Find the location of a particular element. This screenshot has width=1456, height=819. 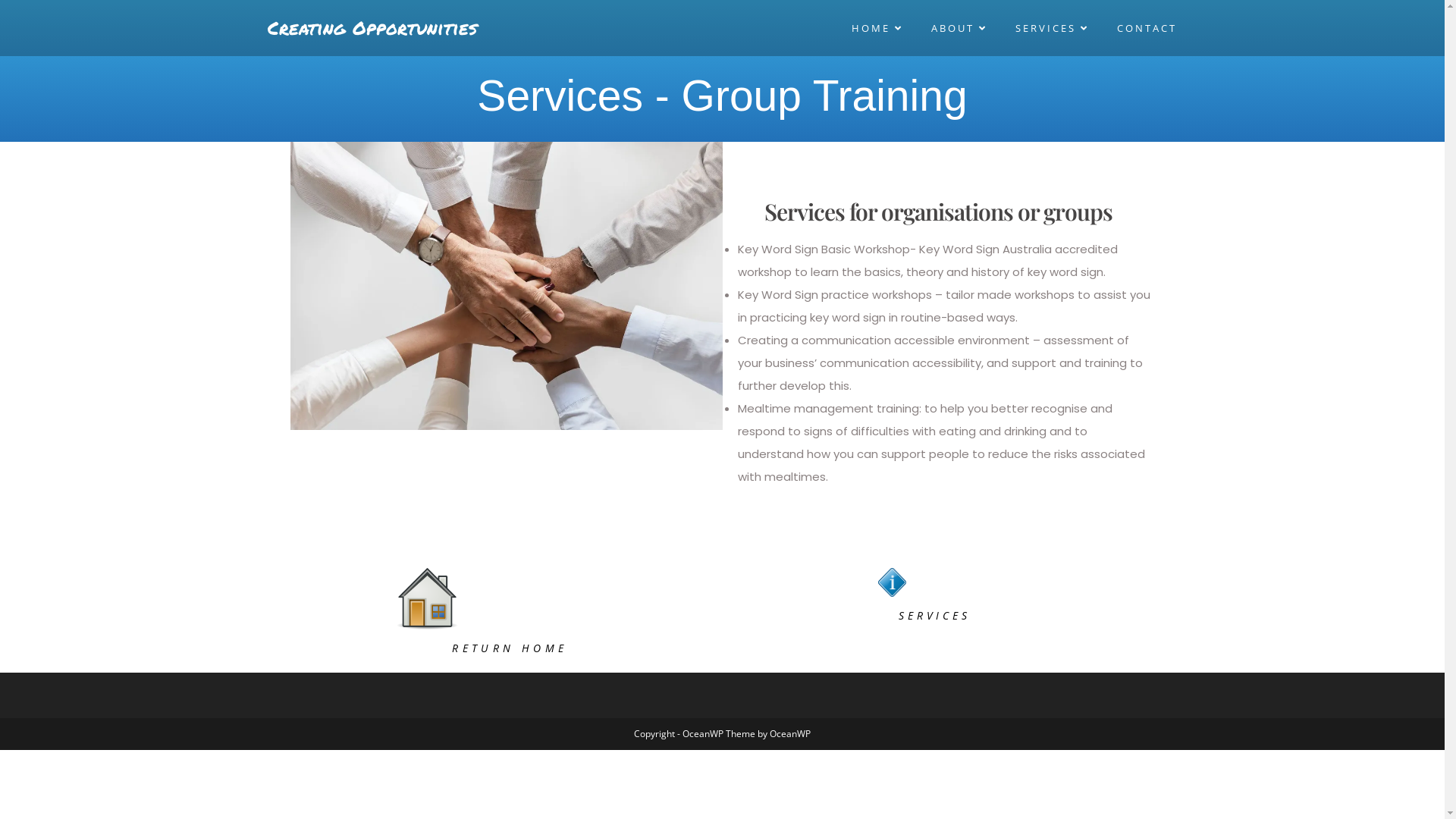

'ABOUT' is located at coordinates (960, 28).